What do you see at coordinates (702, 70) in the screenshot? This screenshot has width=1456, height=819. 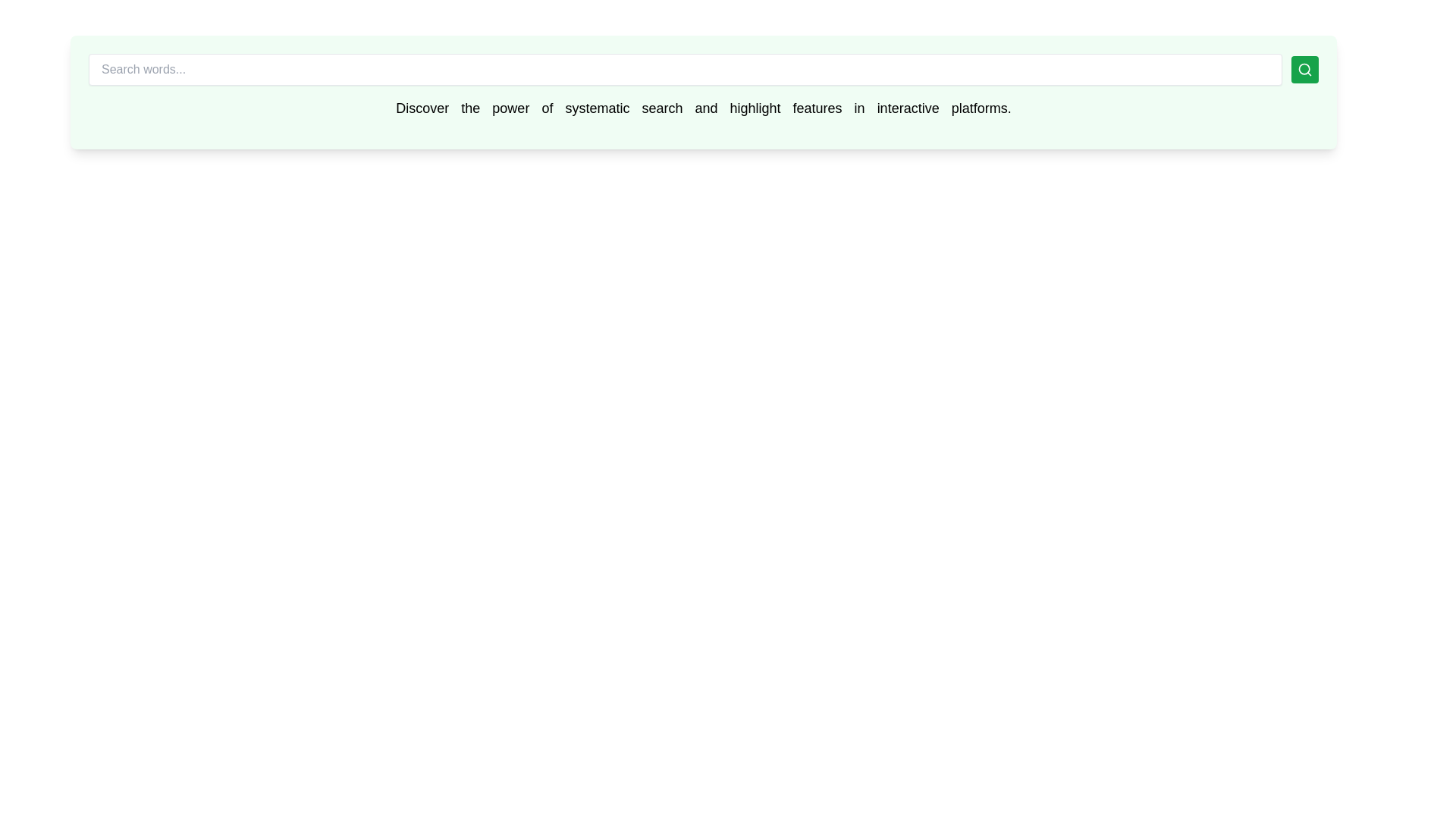 I see `the green button adjacent to the search bar to initiate the search action` at bounding box center [702, 70].